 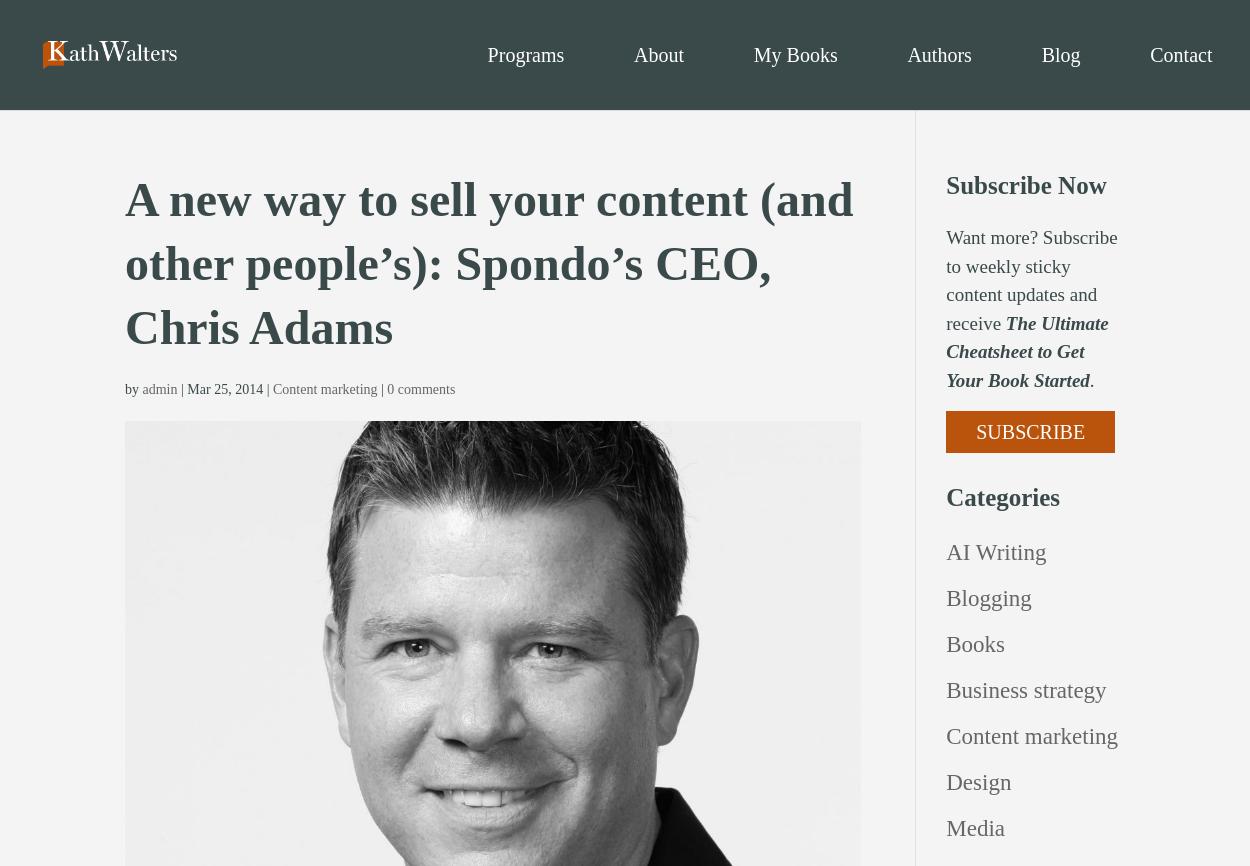 What do you see at coordinates (488, 262) in the screenshot?
I see `'A new way to sell your content (and other people’s): Spondo’s CEO, Chris Adams'` at bounding box center [488, 262].